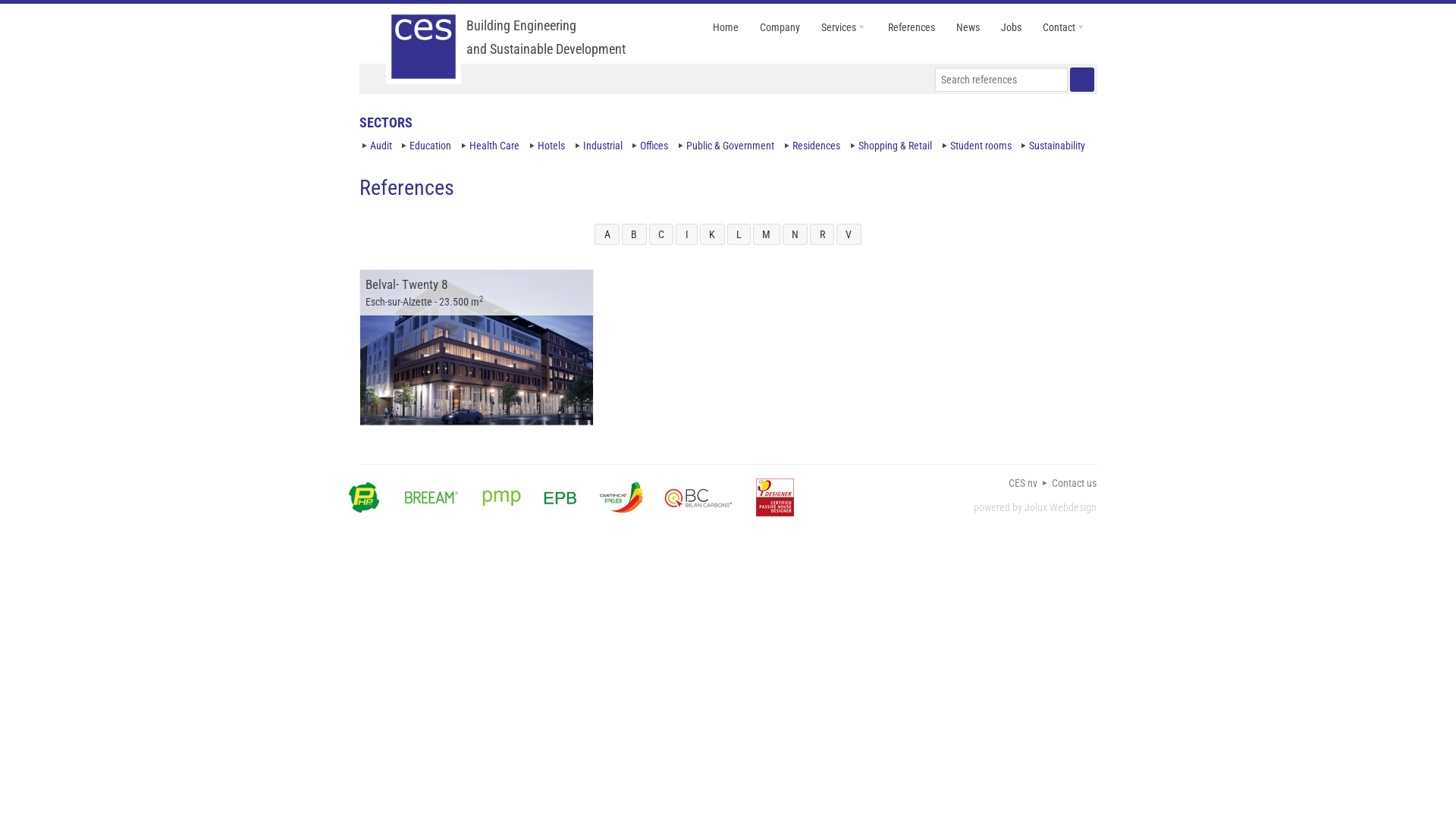 The width and height of the screenshot is (1456, 819). I want to click on 'Company', so click(780, 27).